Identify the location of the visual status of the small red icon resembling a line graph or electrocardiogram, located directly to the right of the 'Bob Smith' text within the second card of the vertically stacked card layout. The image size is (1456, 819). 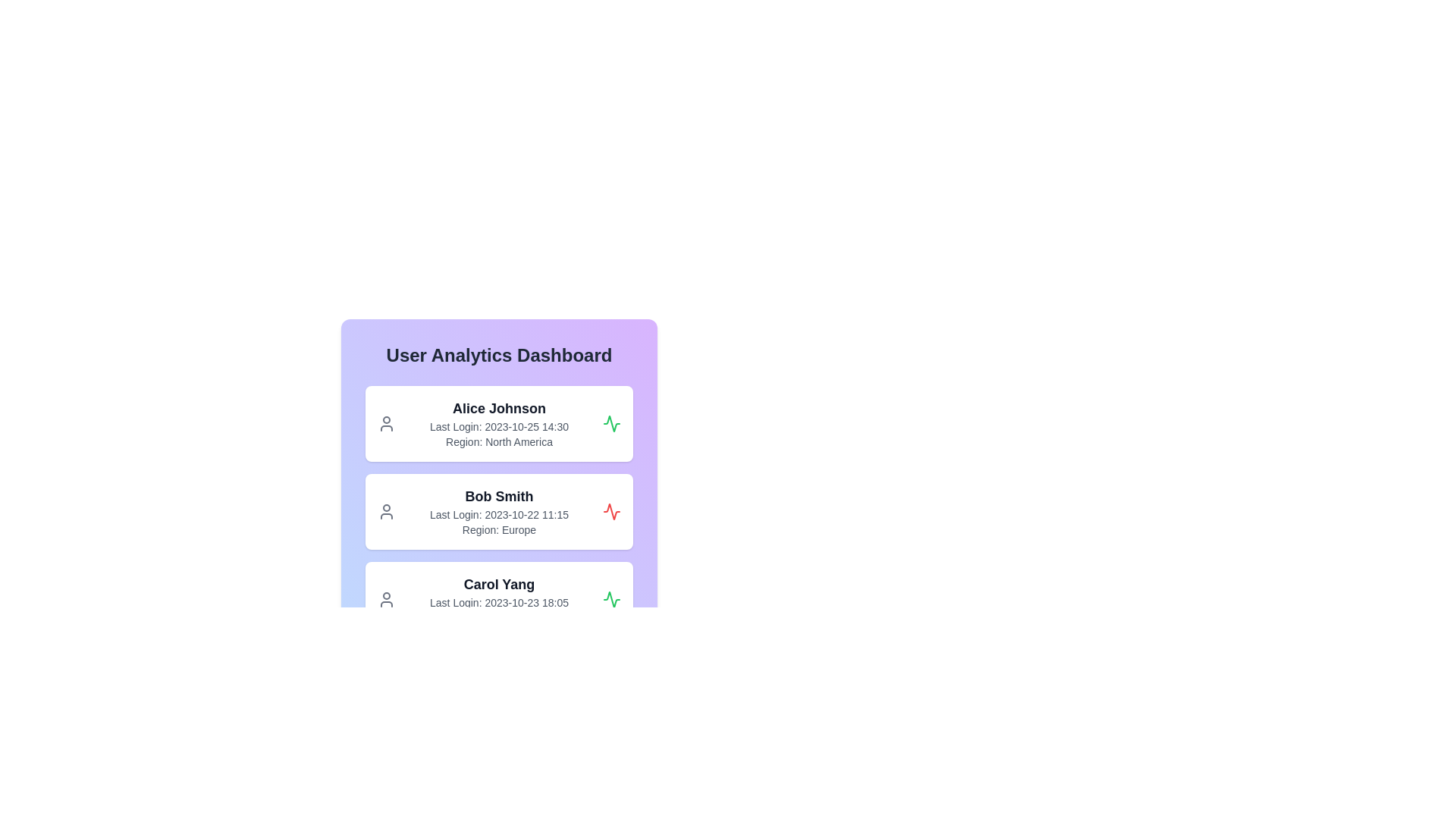
(611, 512).